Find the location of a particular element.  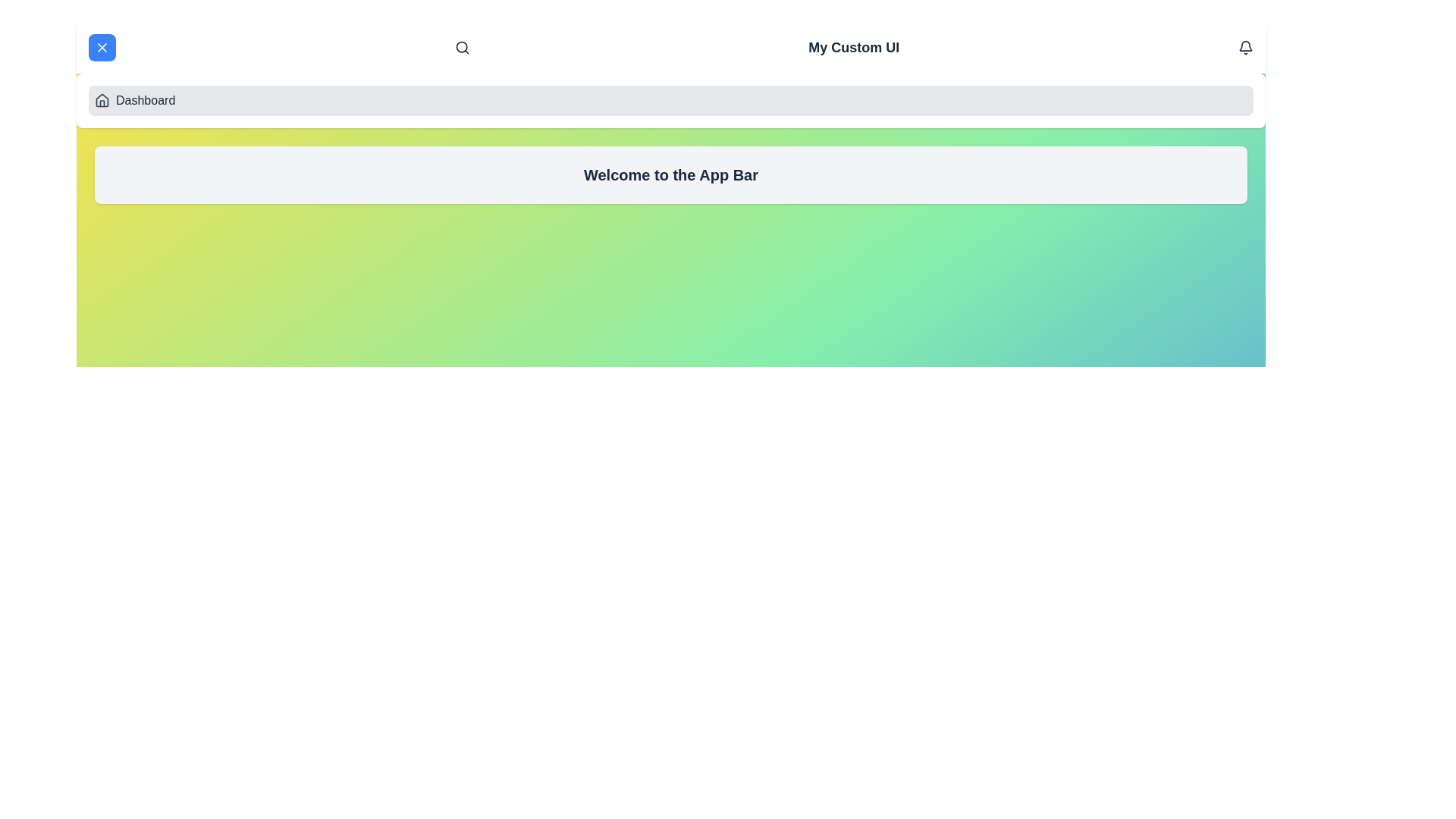

the menu toggle button to toggle the menu state is located at coordinates (101, 46).